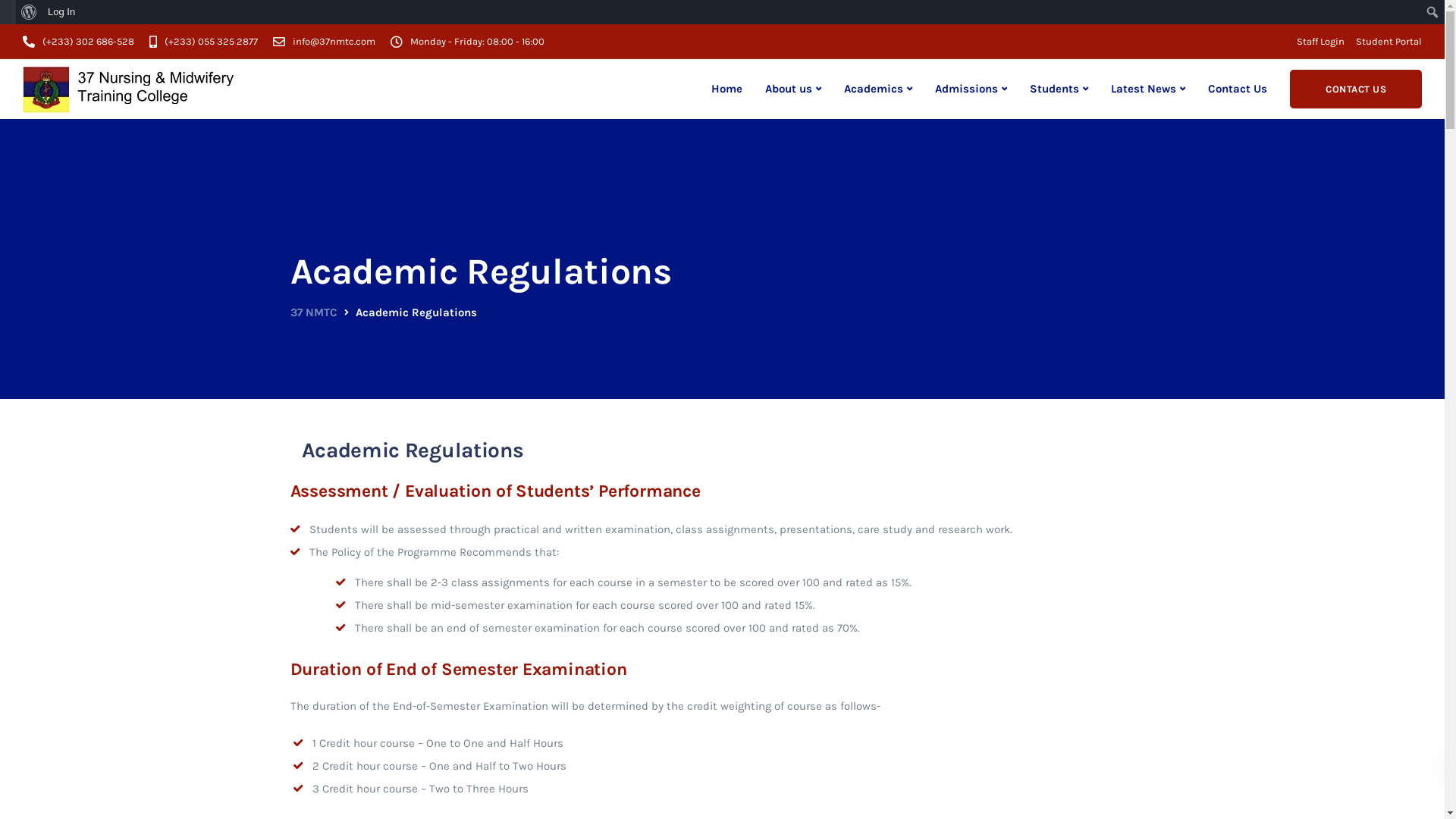  Describe the element at coordinates (457, 668) in the screenshot. I see `'Duration of End of Semester Examination'` at that location.